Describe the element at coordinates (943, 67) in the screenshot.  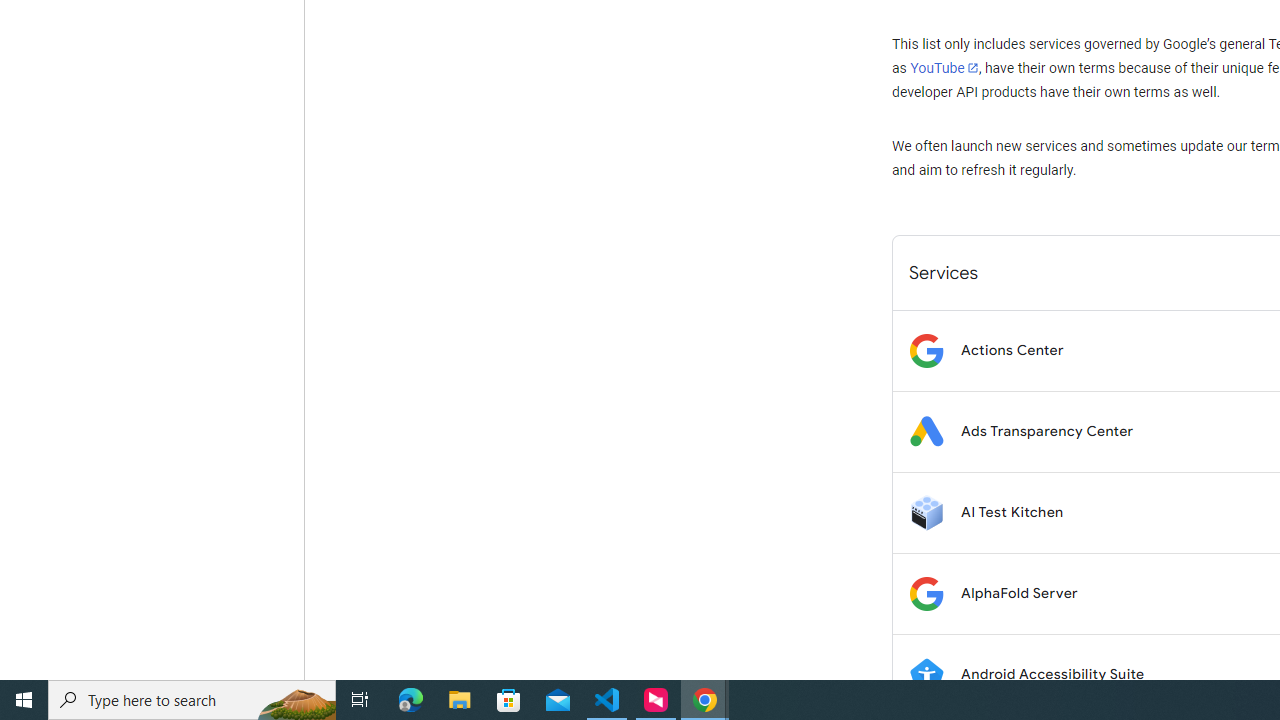
I see `'YouTube'` at that location.